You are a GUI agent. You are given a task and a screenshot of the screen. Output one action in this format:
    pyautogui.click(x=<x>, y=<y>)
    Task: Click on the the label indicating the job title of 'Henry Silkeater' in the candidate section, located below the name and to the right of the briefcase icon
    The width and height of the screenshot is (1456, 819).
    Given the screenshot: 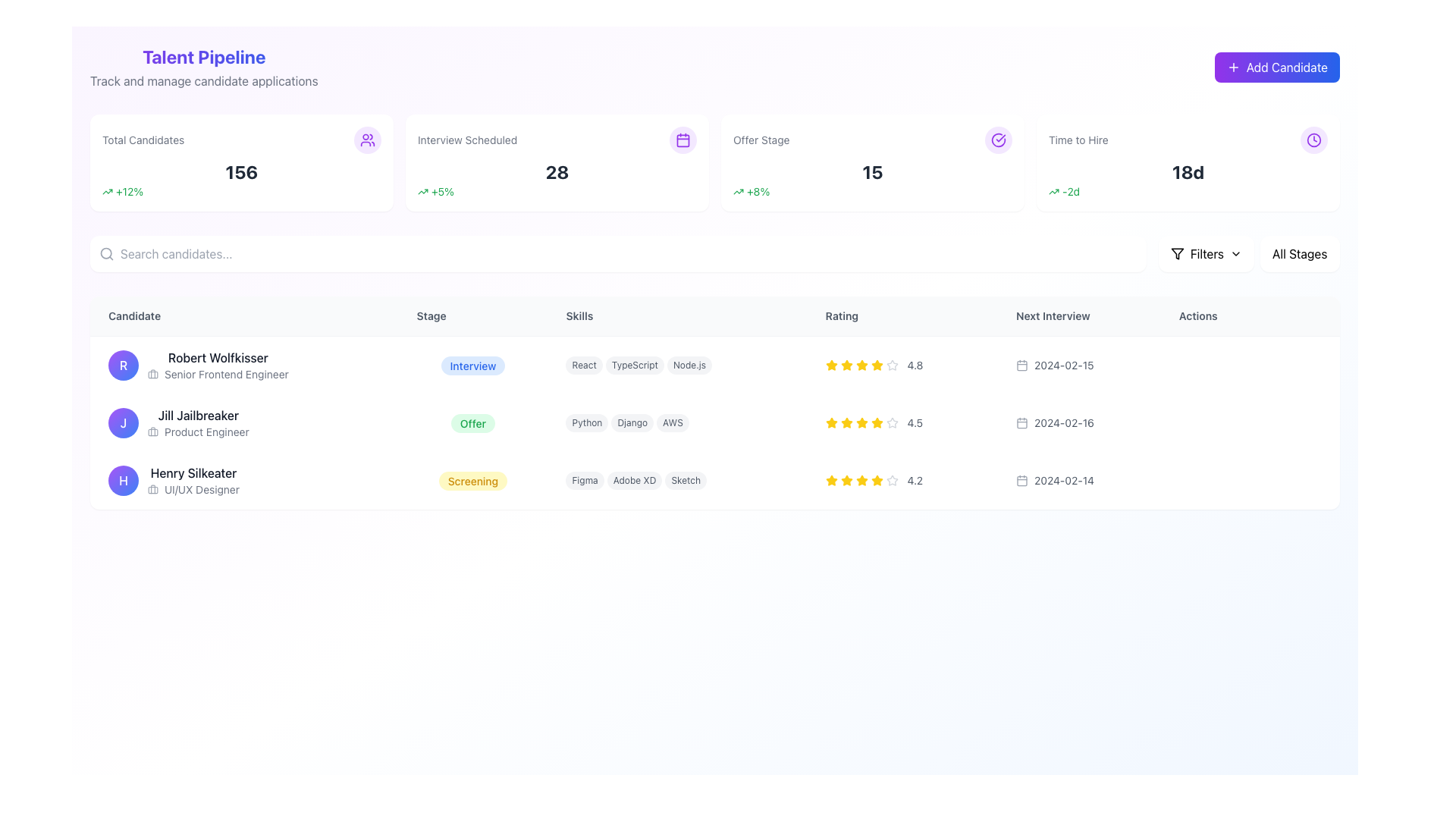 What is the action you would take?
    pyautogui.click(x=201, y=489)
    